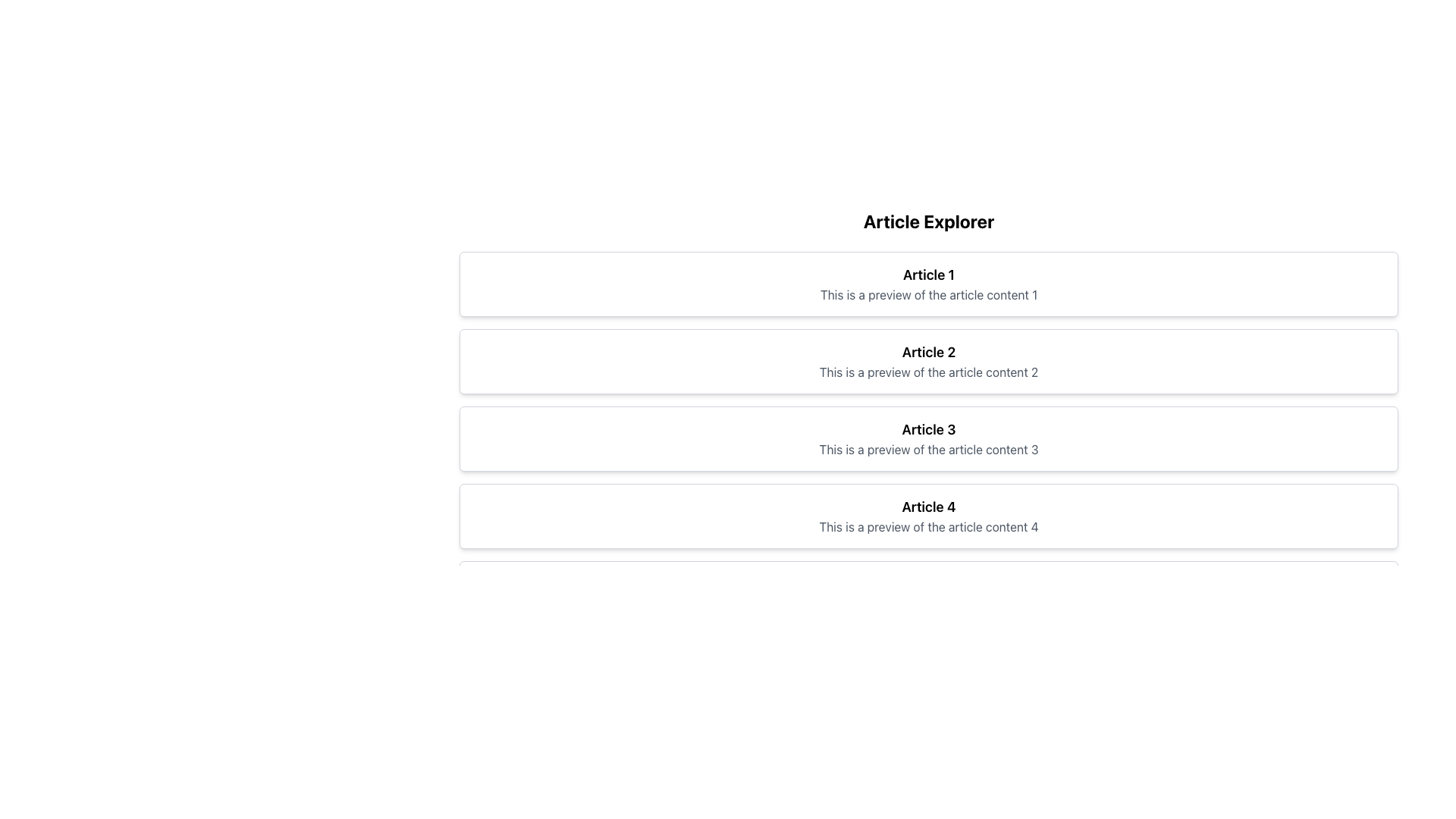  Describe the element at coordinates (927, 221) in the screenshot. I see `text from the Text Label that serves as the header for the content section above the list of articles` at that location.